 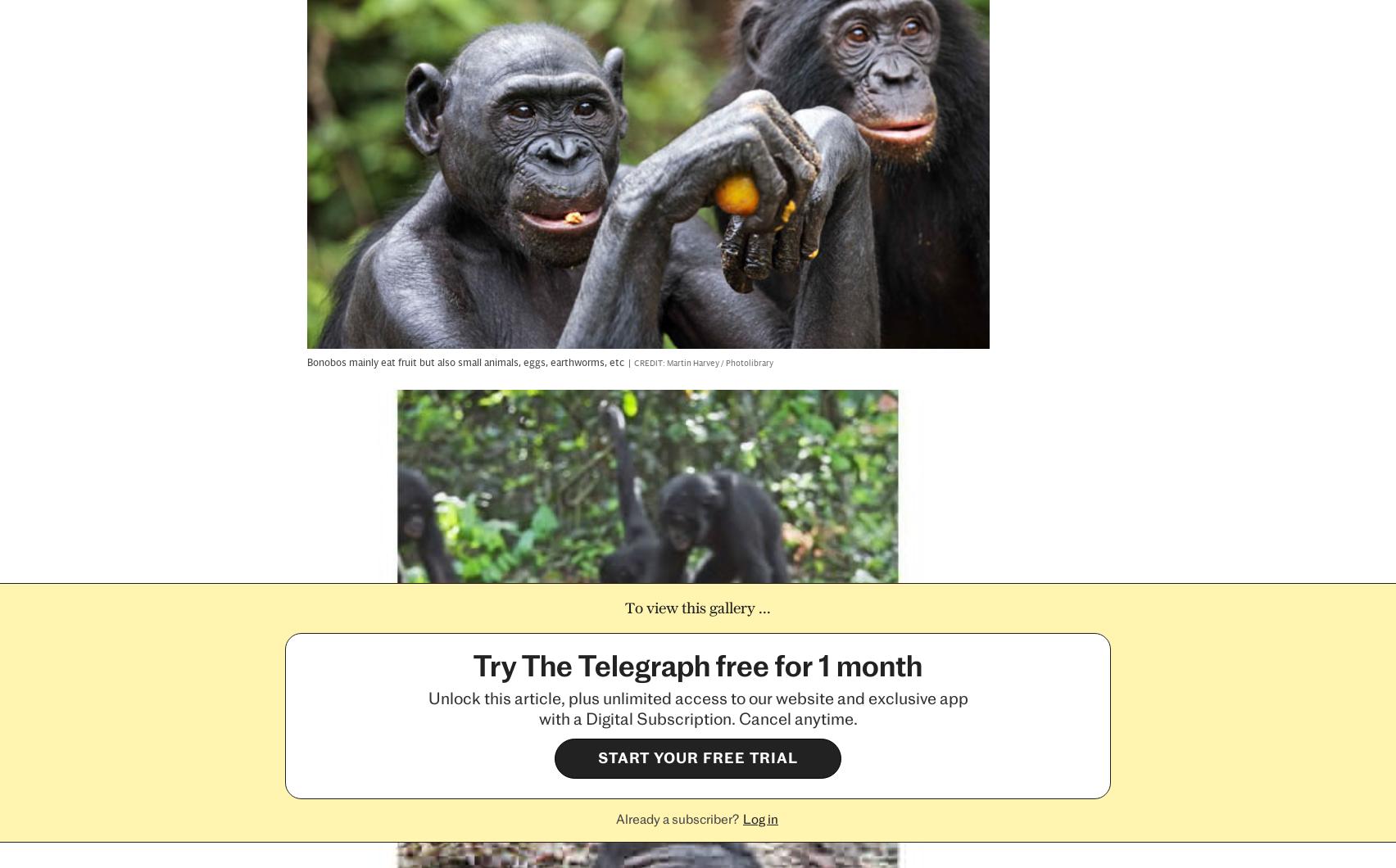 What do you see at coordinates (396, 728) in the screenshot?
I see `'Modern Slavery'` at bounding box center [396, 728].